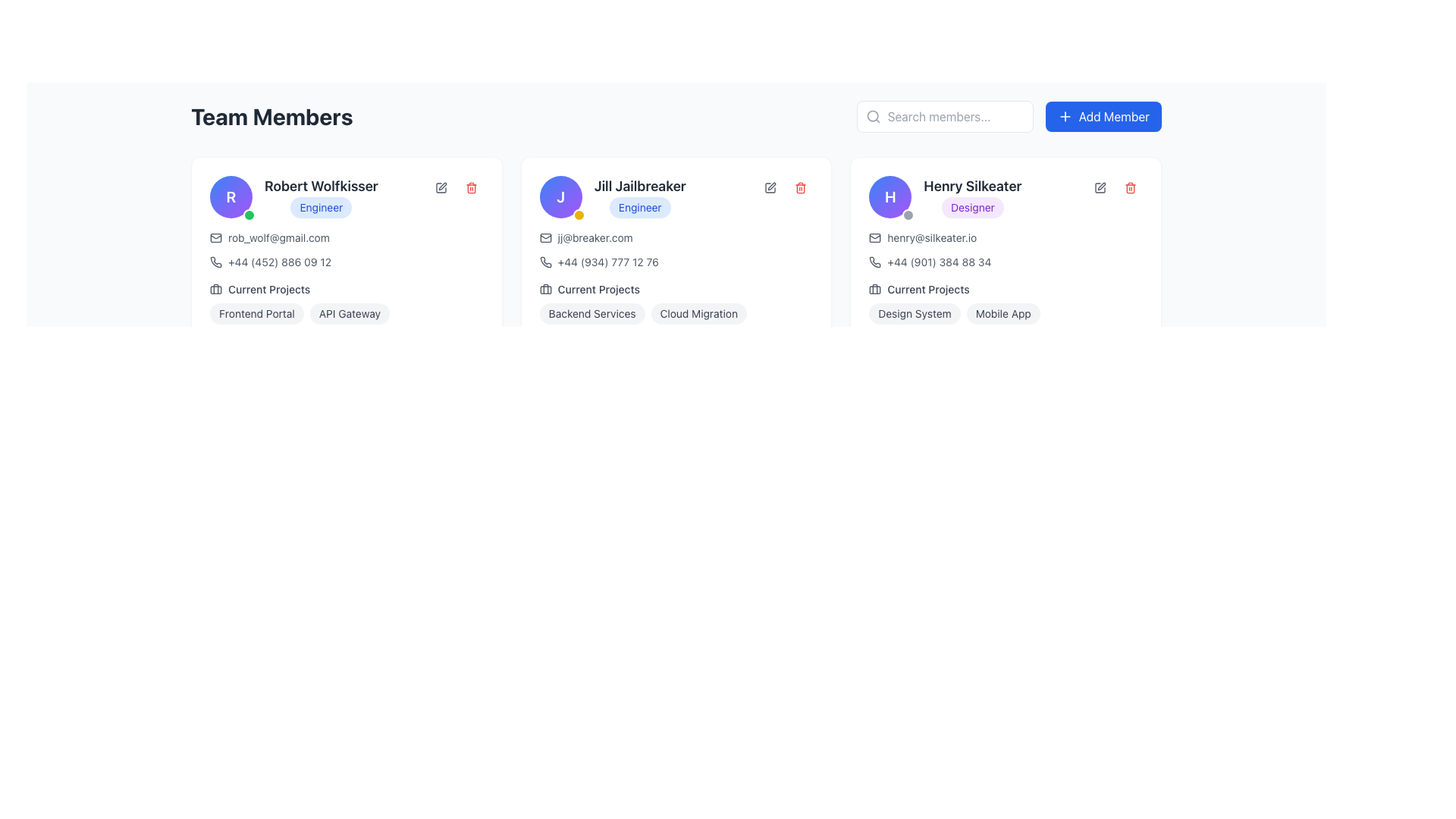  Describe the element at coordinates (875, 289) in the screenshot. I see `the icon related to the 'Current Projects' section, which is located on the left side of the text label 'Current Projects' within the user profile card` at that location.